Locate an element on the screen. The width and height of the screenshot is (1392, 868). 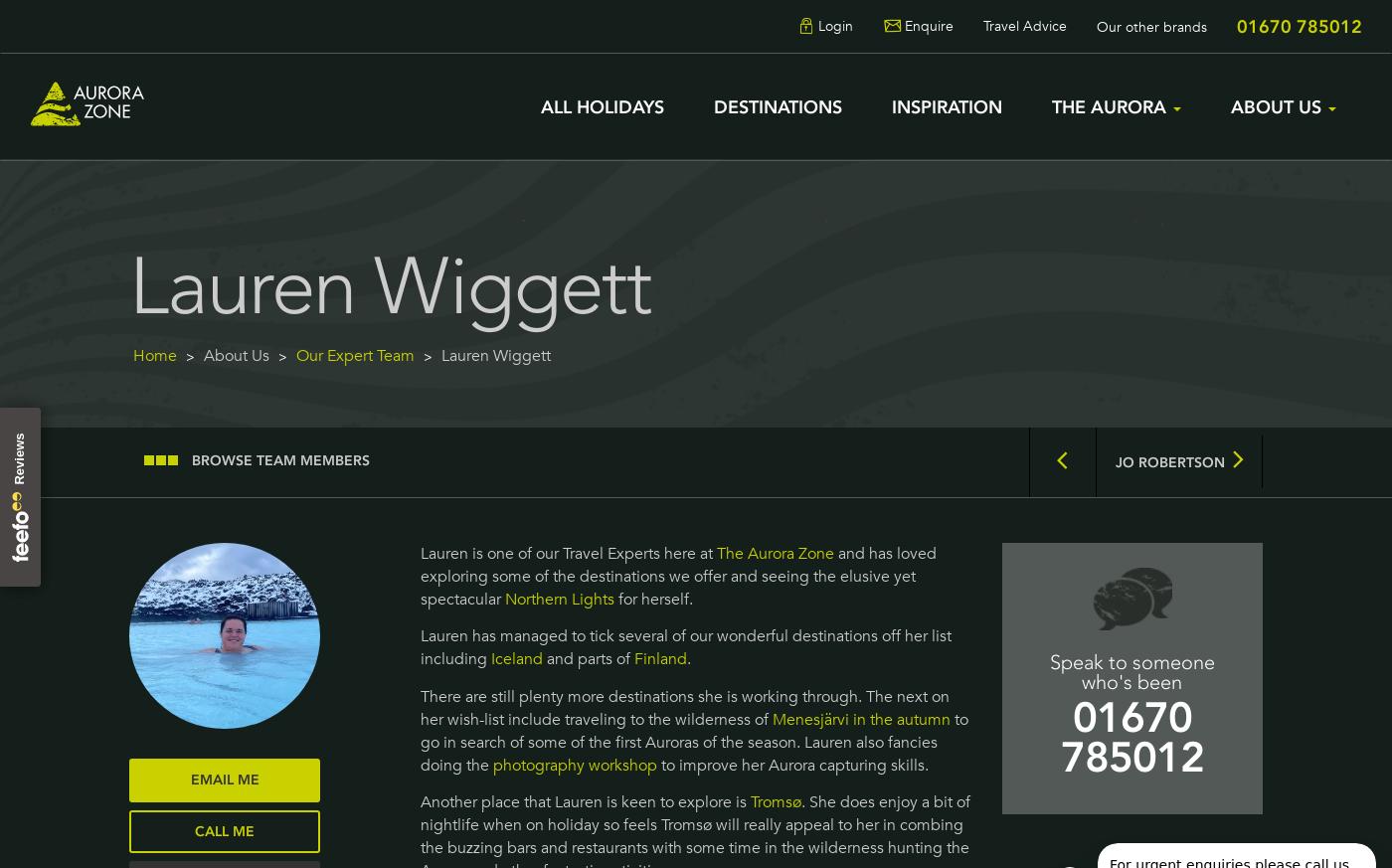
'to go in search of some of the first Auroras of the season. Lauren also fancies doing the' is located at coordinates (693, 740).